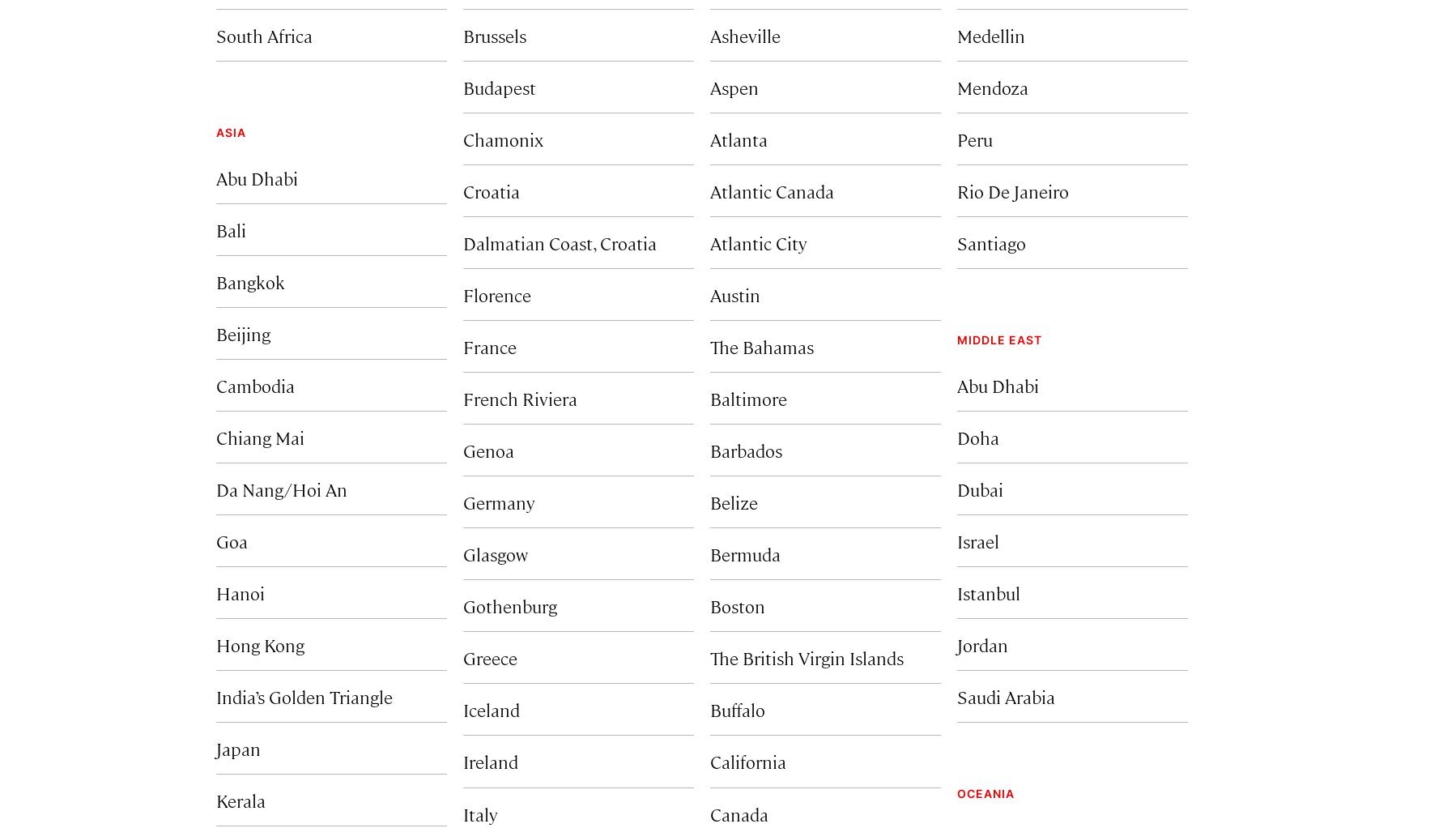  What do you see at coordinates (498, 501) in the screenshot?
I see `'Germany'` at bounding box center [498, 501].